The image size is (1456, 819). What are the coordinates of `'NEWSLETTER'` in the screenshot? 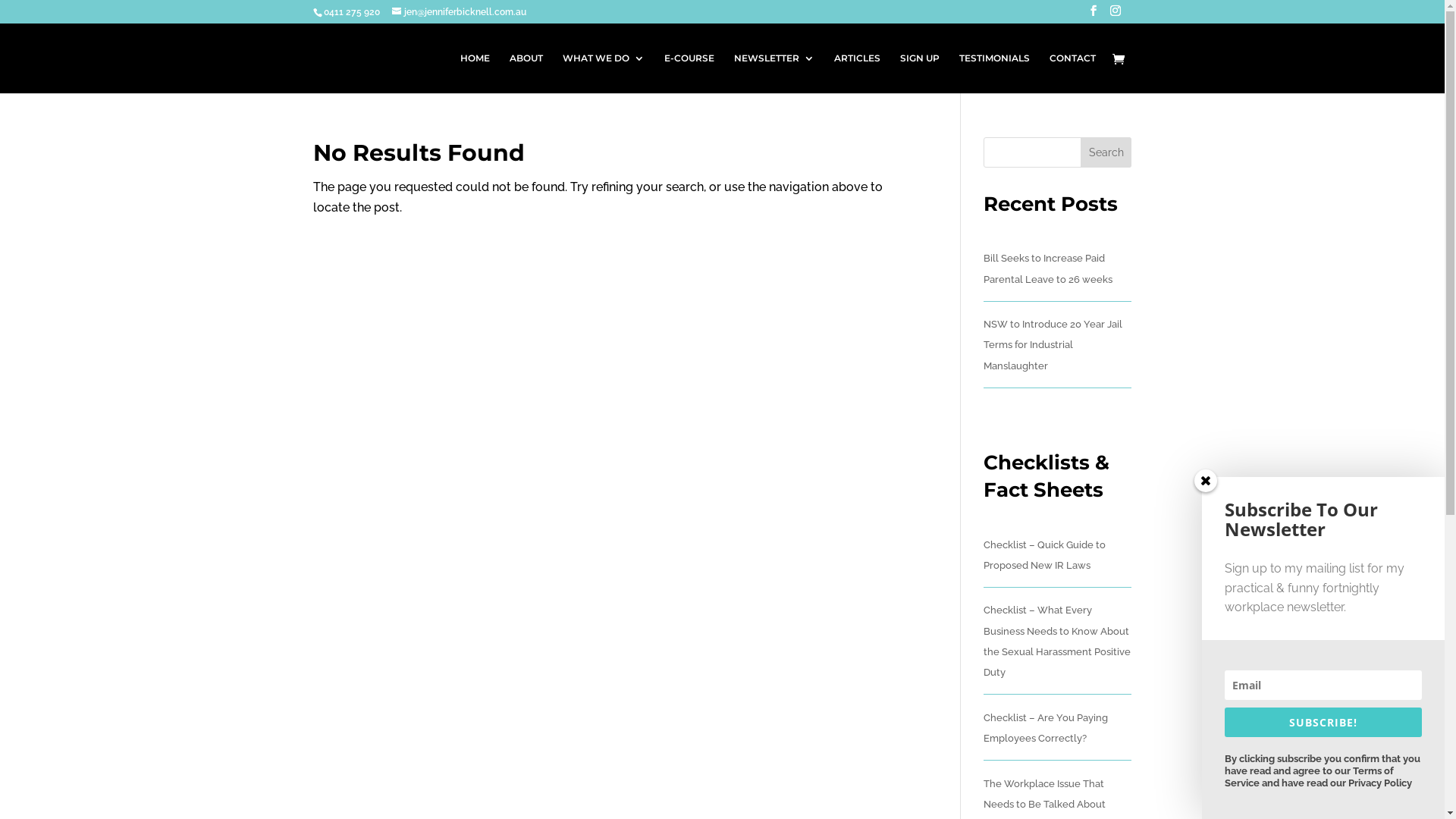 It's located at (774, 73).